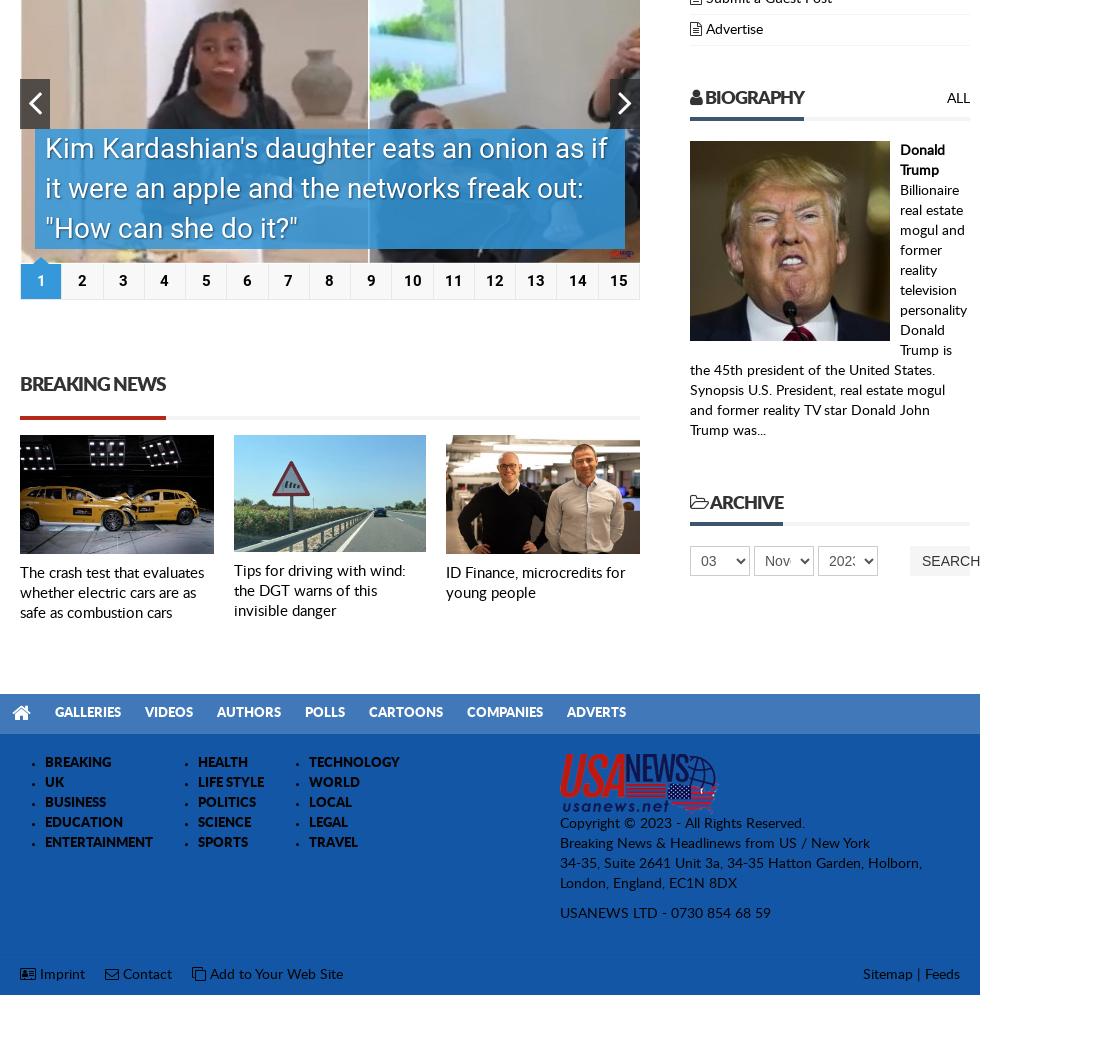 The image size is (1110, 1044). I want to click on 'ID Finance, microcredits for young people', so click(534, 581).